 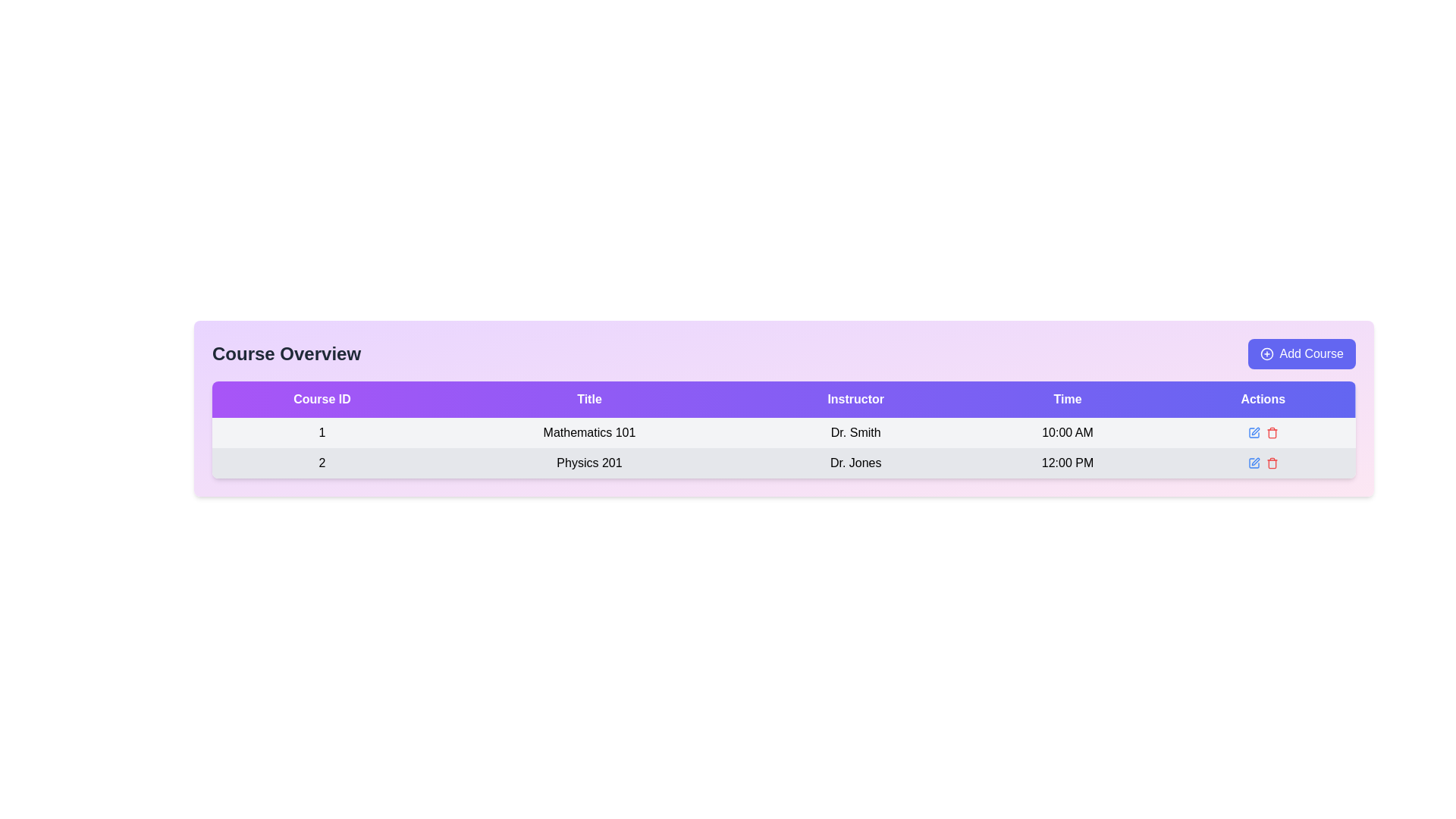 I want to click on the 'Add New Course' button located on the top-right corner next to the 'Course Overview' text, so click(x=1301, y=353).